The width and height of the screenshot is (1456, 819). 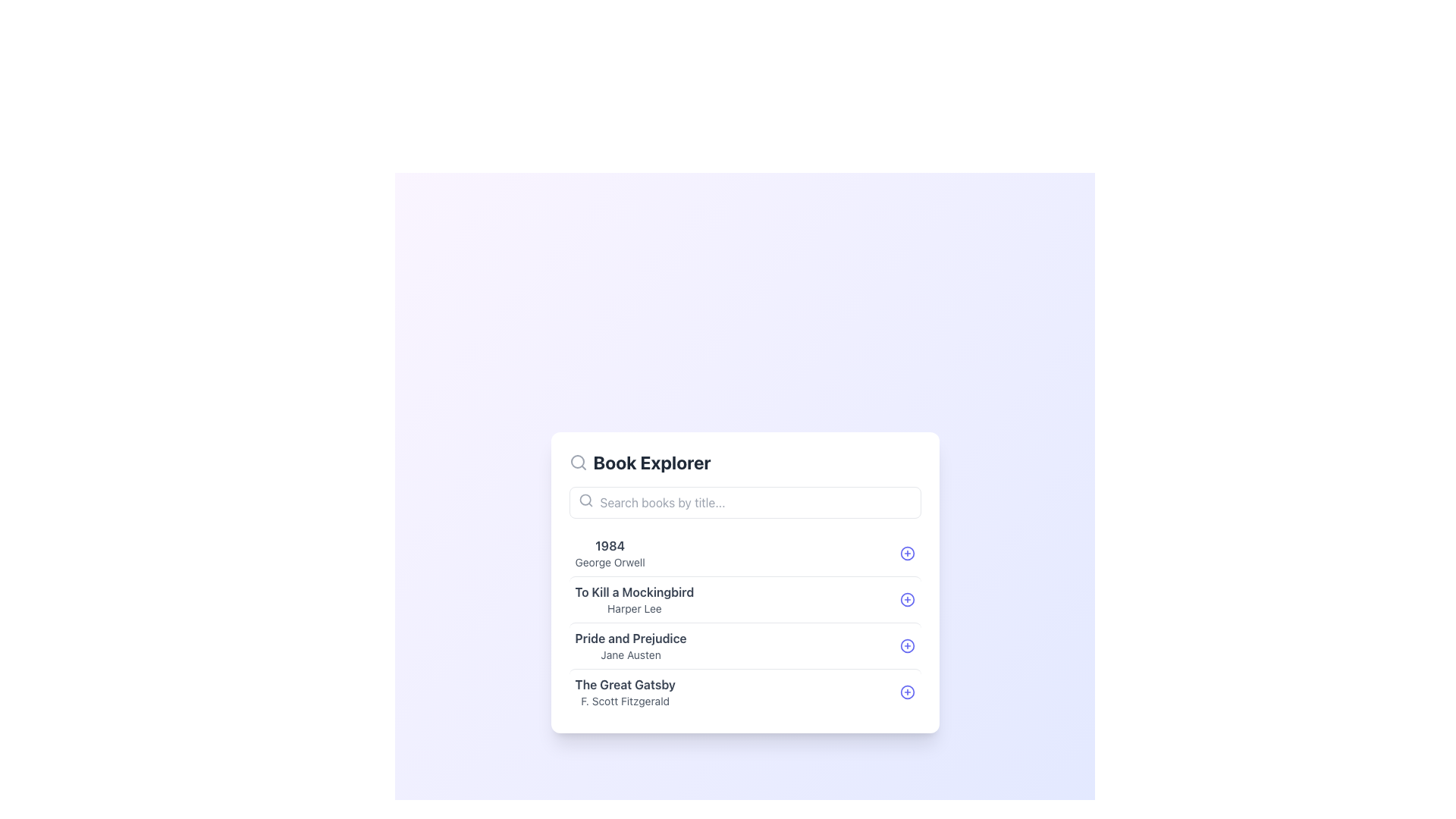 What do you see at coordinates (625, 692) in the screenshot?
I see `the fourth entry in the book listing titled 'Book Explorer', which displays the title and author of a book, located below 'Pride and Prejudice' and above the '+' icon` at bounding box center [625, 692].